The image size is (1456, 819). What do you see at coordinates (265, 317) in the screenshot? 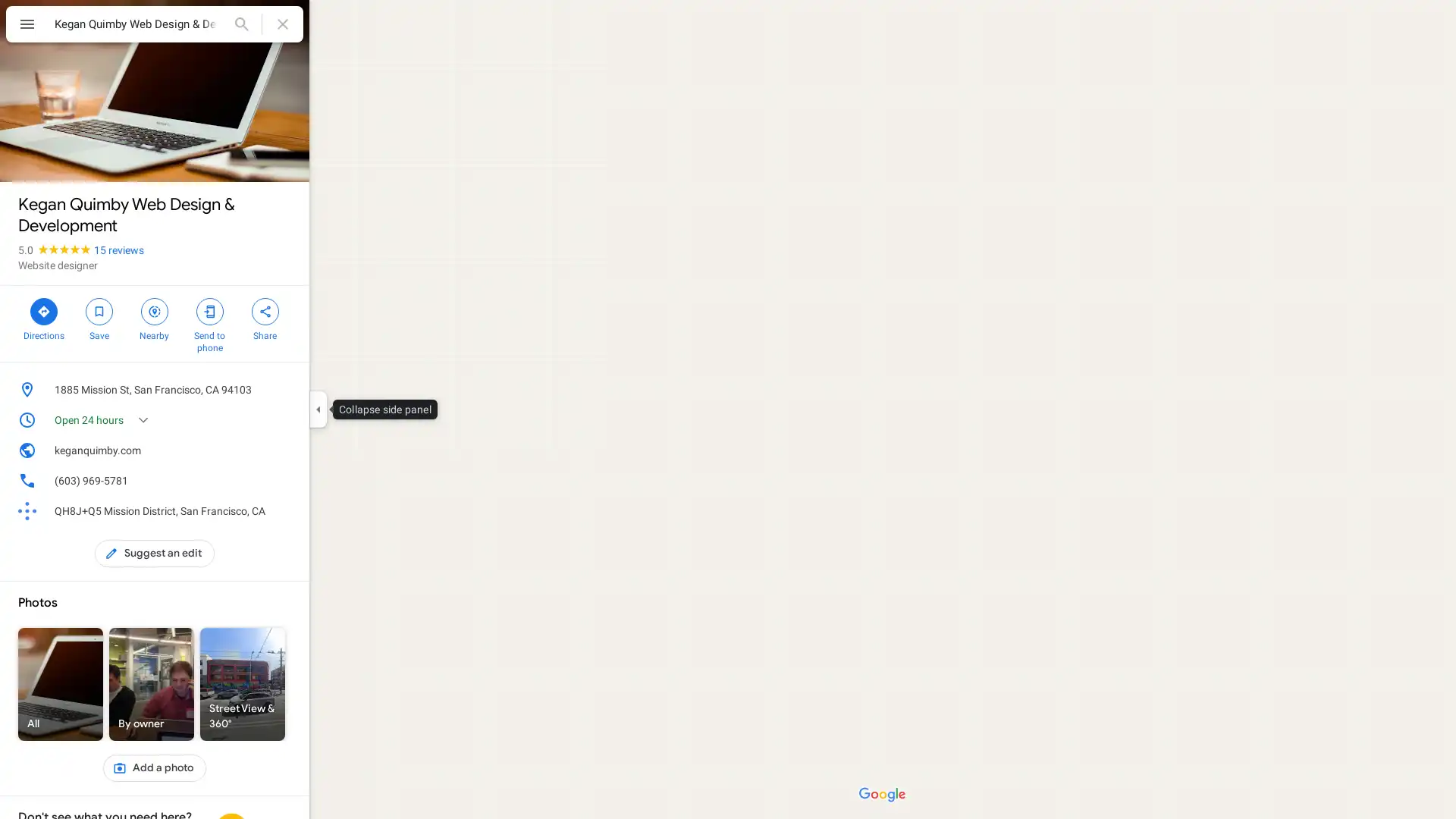
I see `Share Kegan Quimby Web Design & Development` at bounding box center [265, 317].